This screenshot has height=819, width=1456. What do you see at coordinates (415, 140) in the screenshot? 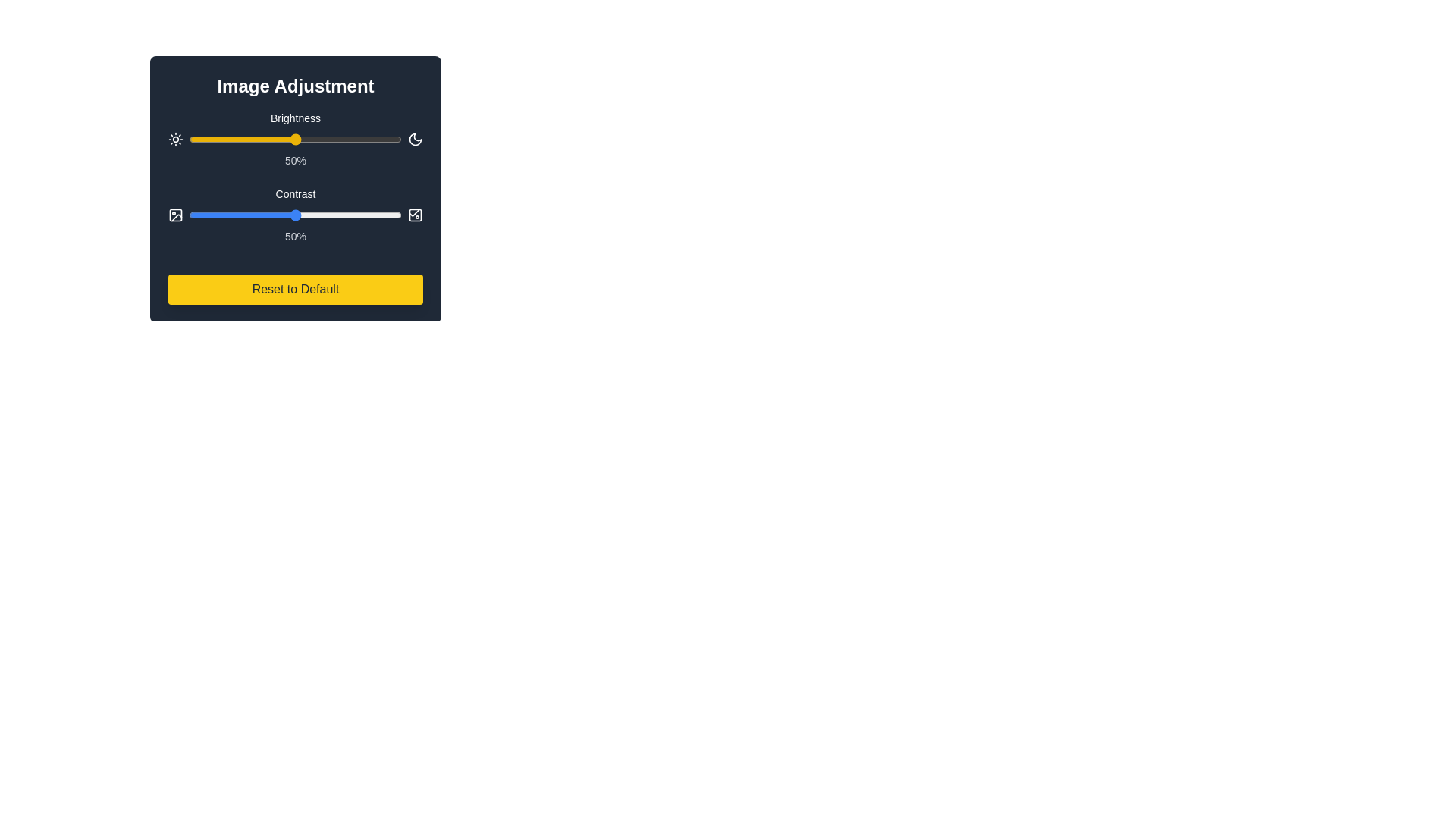
I see `the crescent moon icon on the right side of the interface` at bounding box center [415, 140].